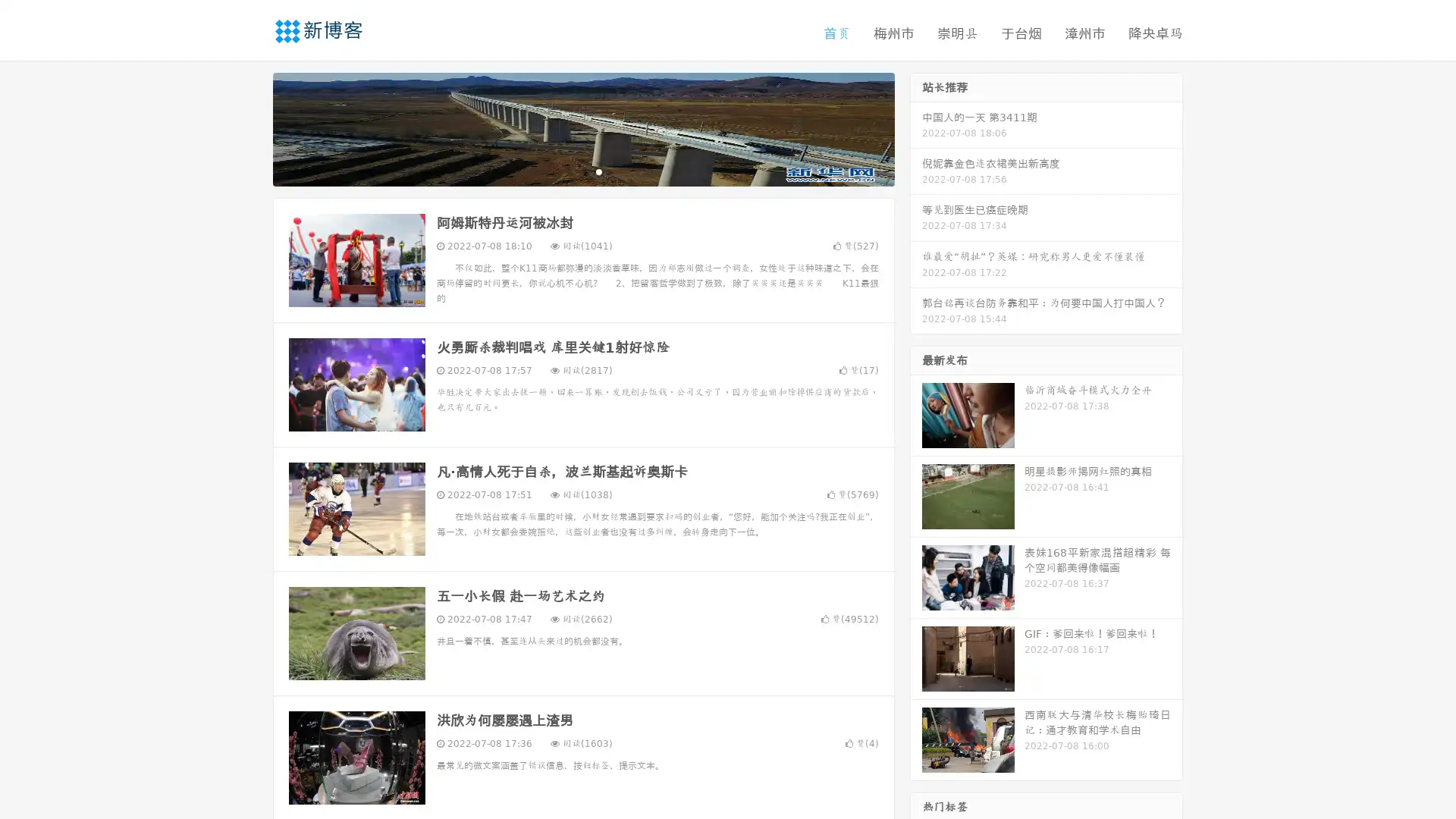 The height and width of the screenshot is (819, 1456). I want to click on Next slide, so click(916, 127).